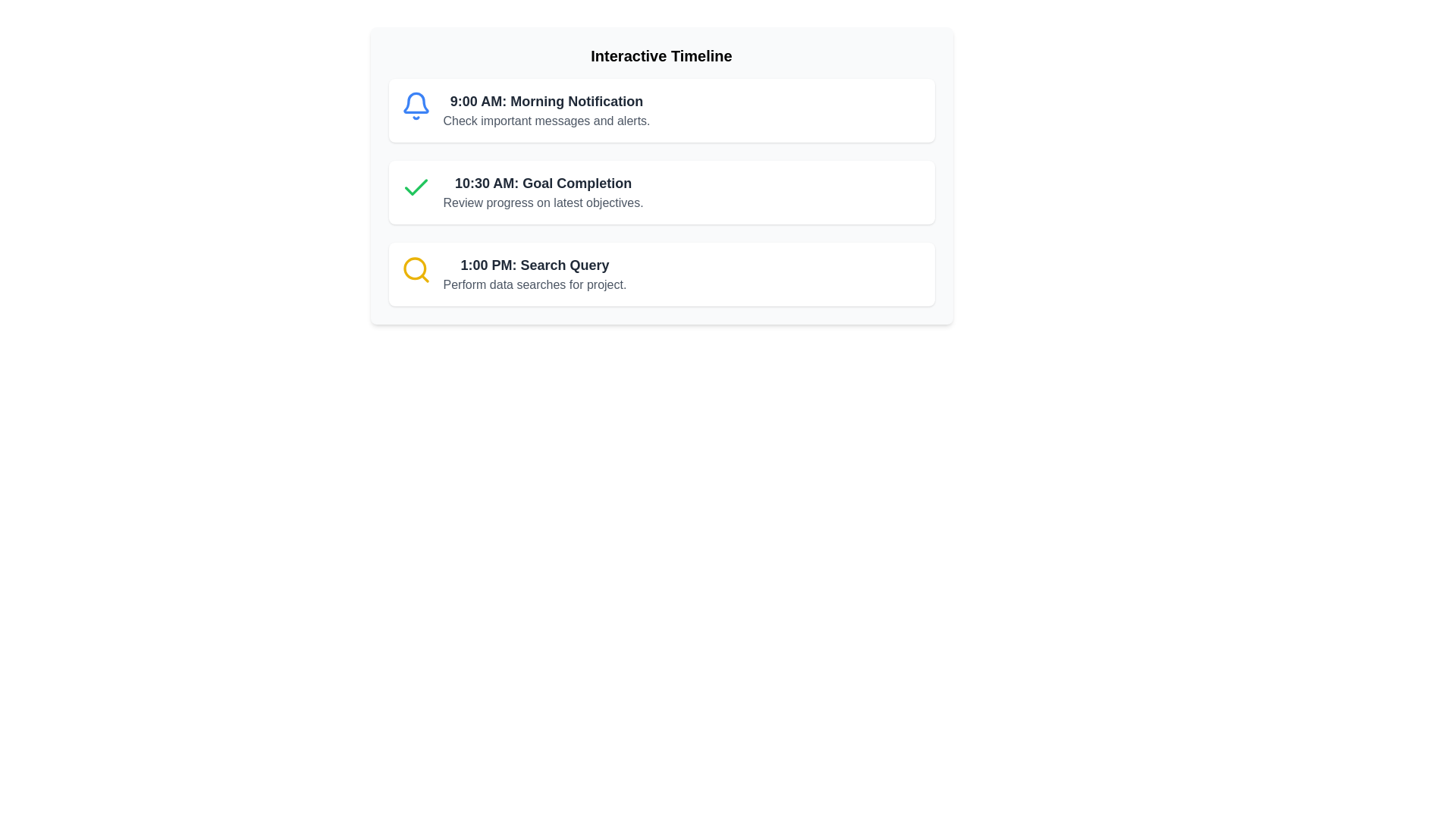 The height and width of the screenshot is (819, 1456). Describe the element at coordinates (543, 183) in the screenshot. I see `text of the header title for the second item in the timeline, which indicates the time and subject of the event, positioned above the subtitle 'Review progress on latest objectives.'` at that location.